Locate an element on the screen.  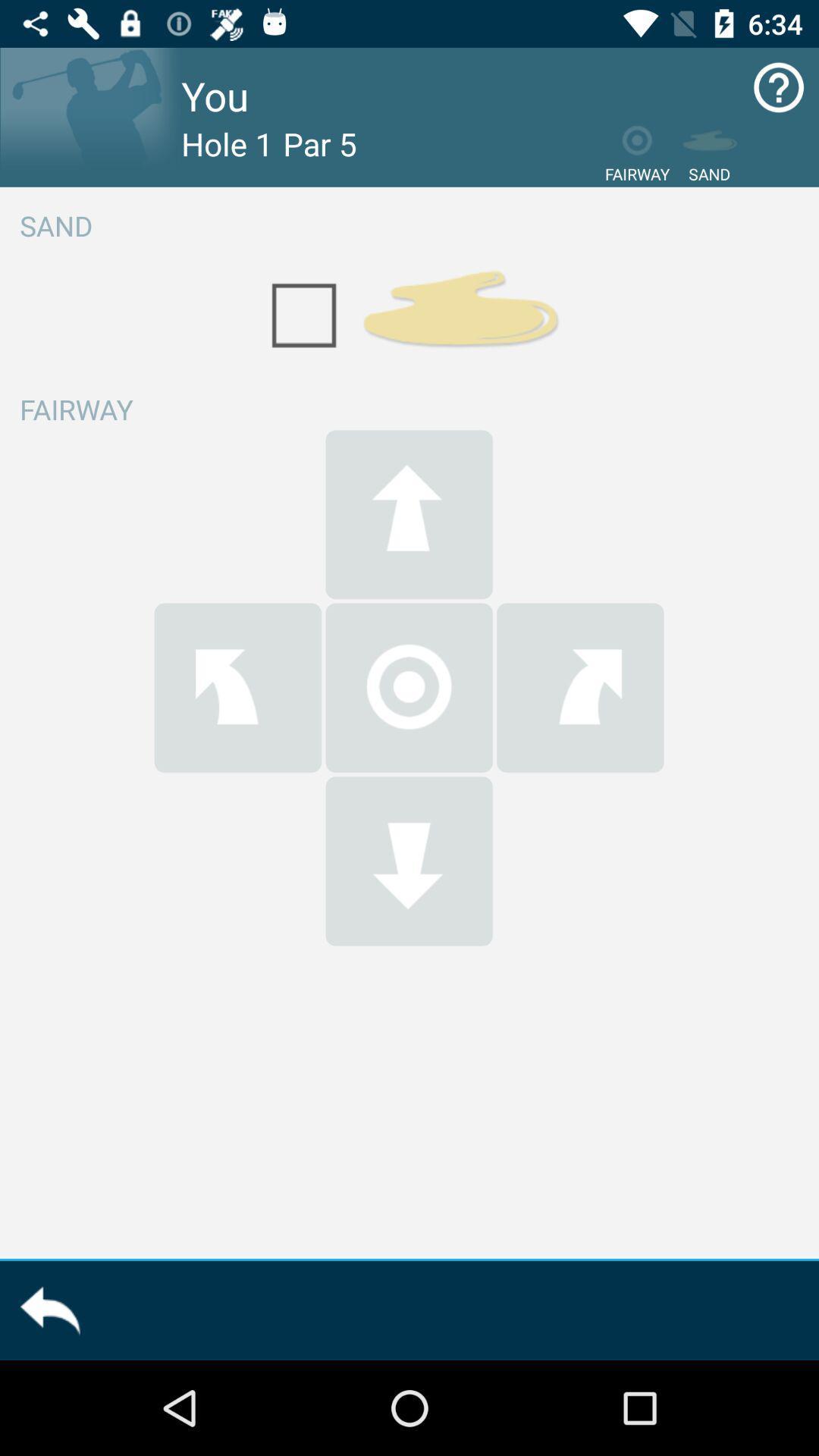
up is located at coordinates (408, 514).